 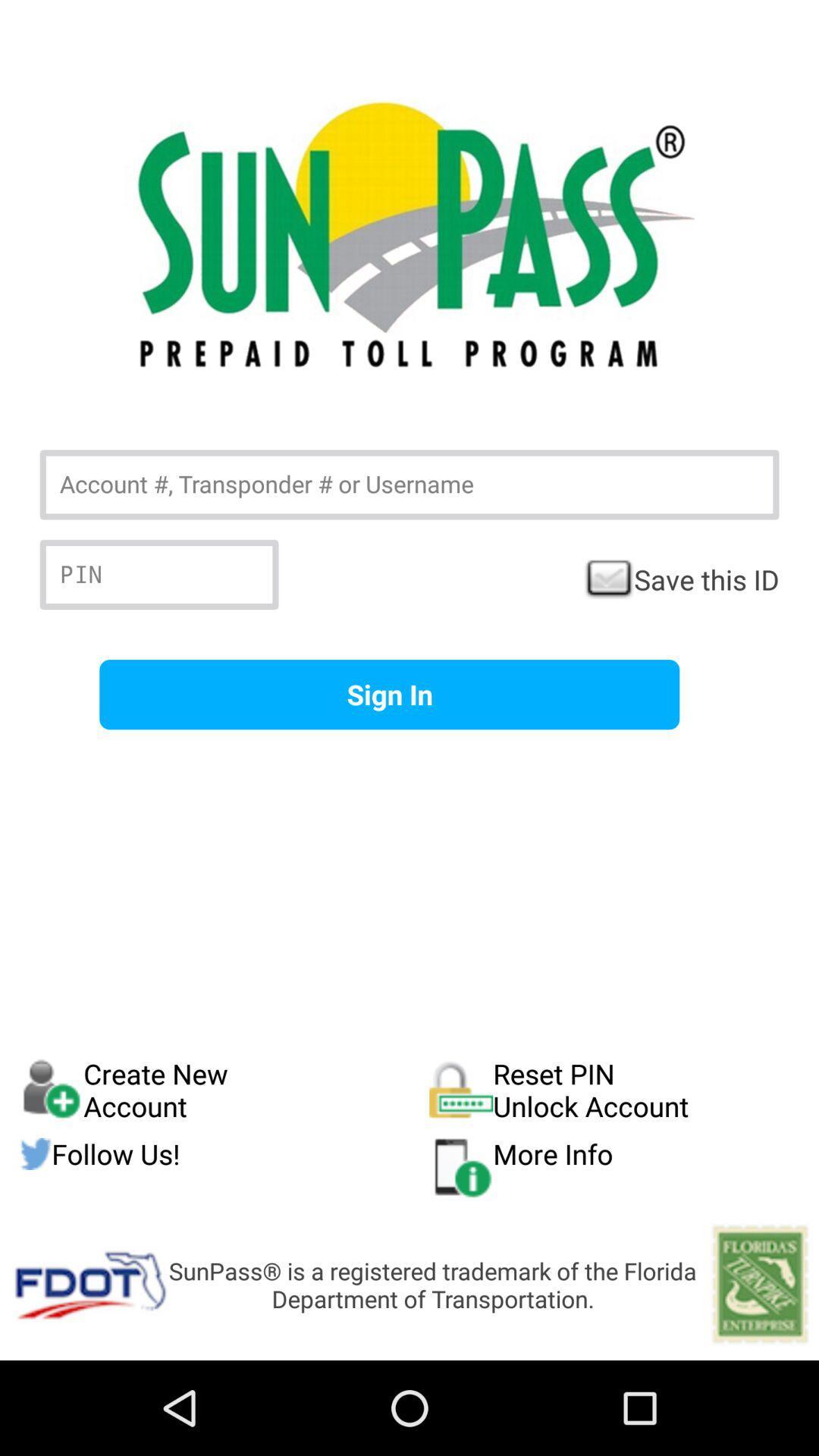 I want to click on item above create new, so click(x=388, y=694).